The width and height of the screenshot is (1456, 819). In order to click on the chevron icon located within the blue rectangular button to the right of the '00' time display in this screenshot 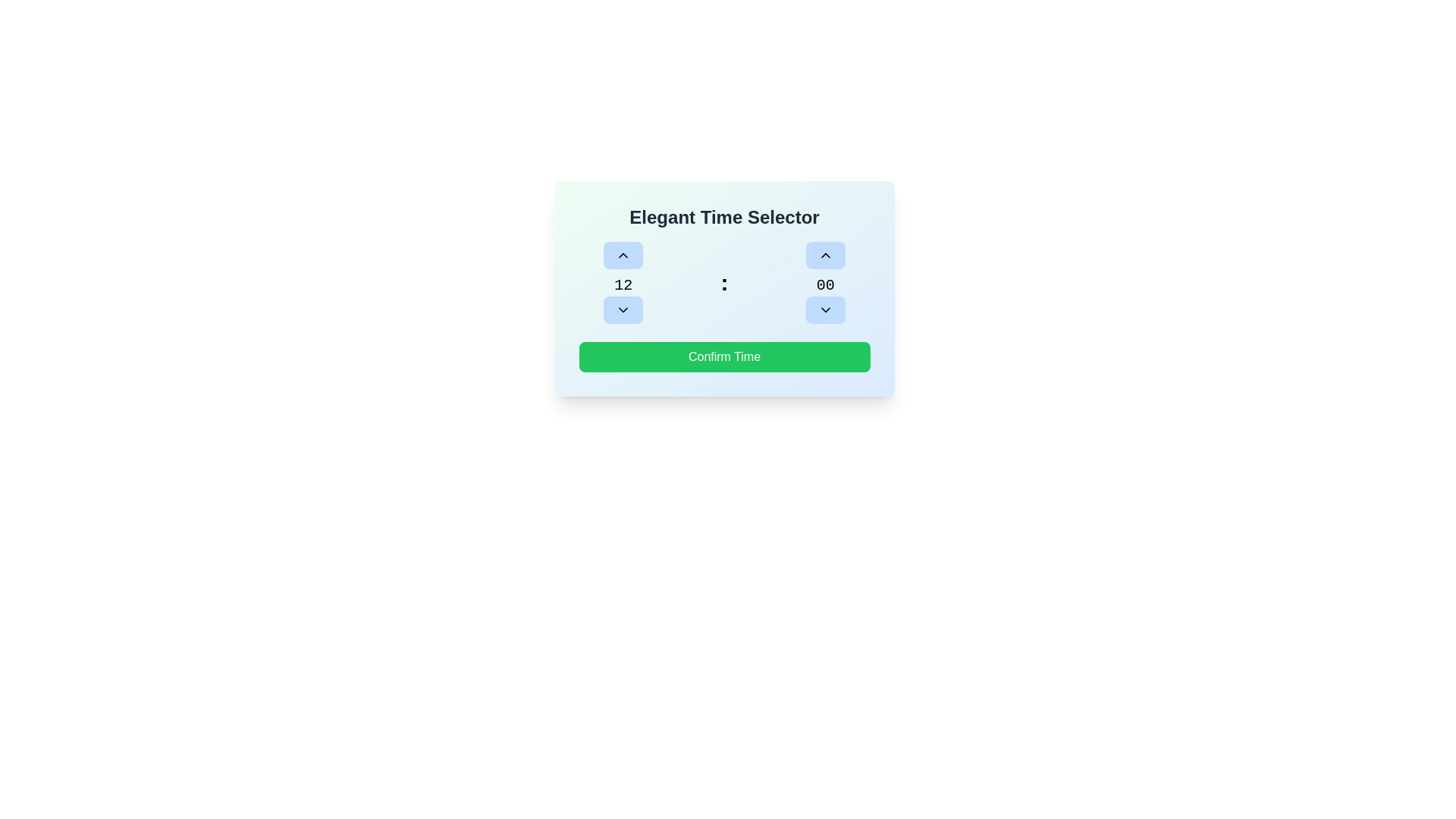, I will do `click(824, 309)`.